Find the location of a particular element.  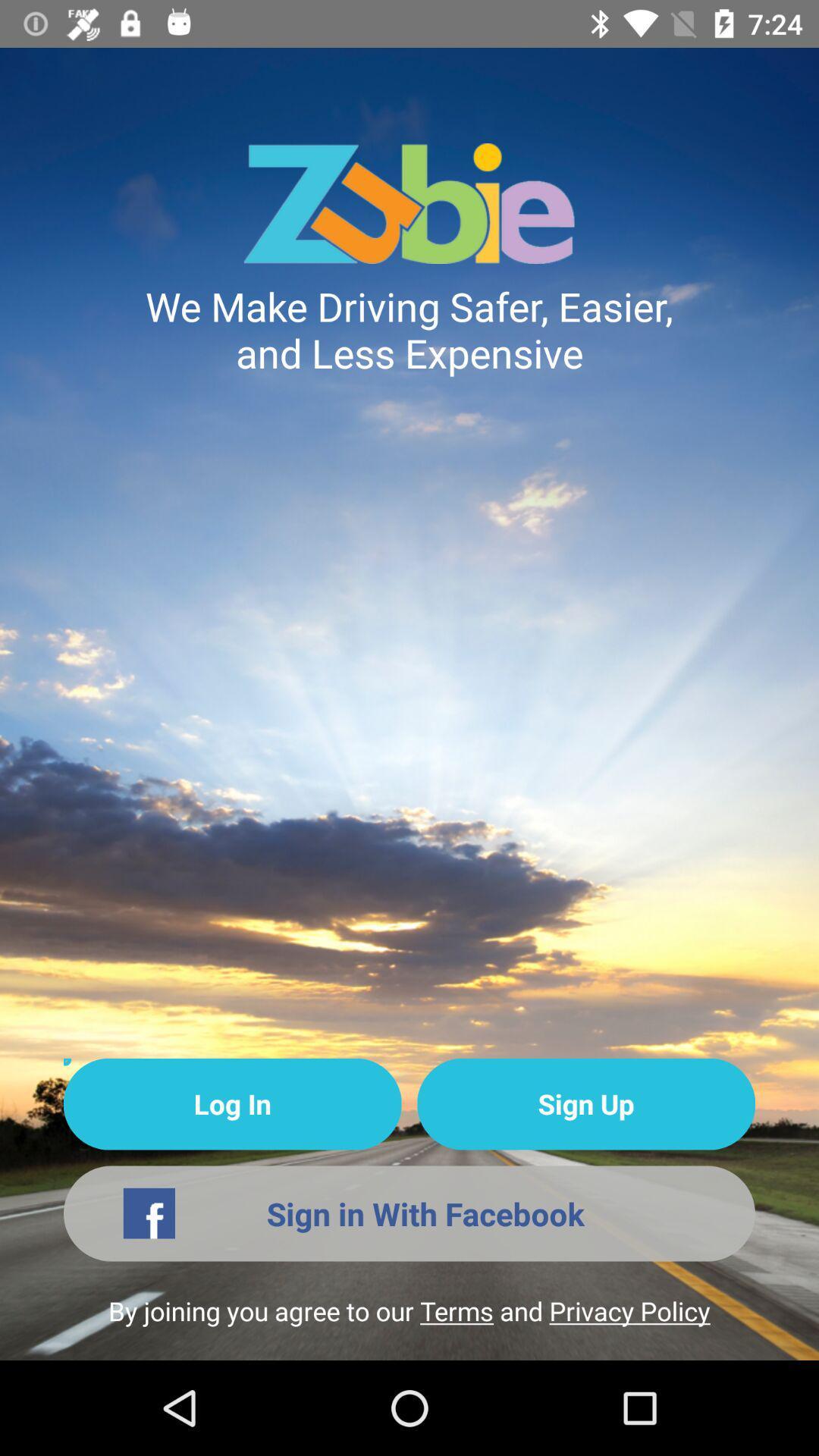

the by joining you item is located at coordinates (409, 1326).